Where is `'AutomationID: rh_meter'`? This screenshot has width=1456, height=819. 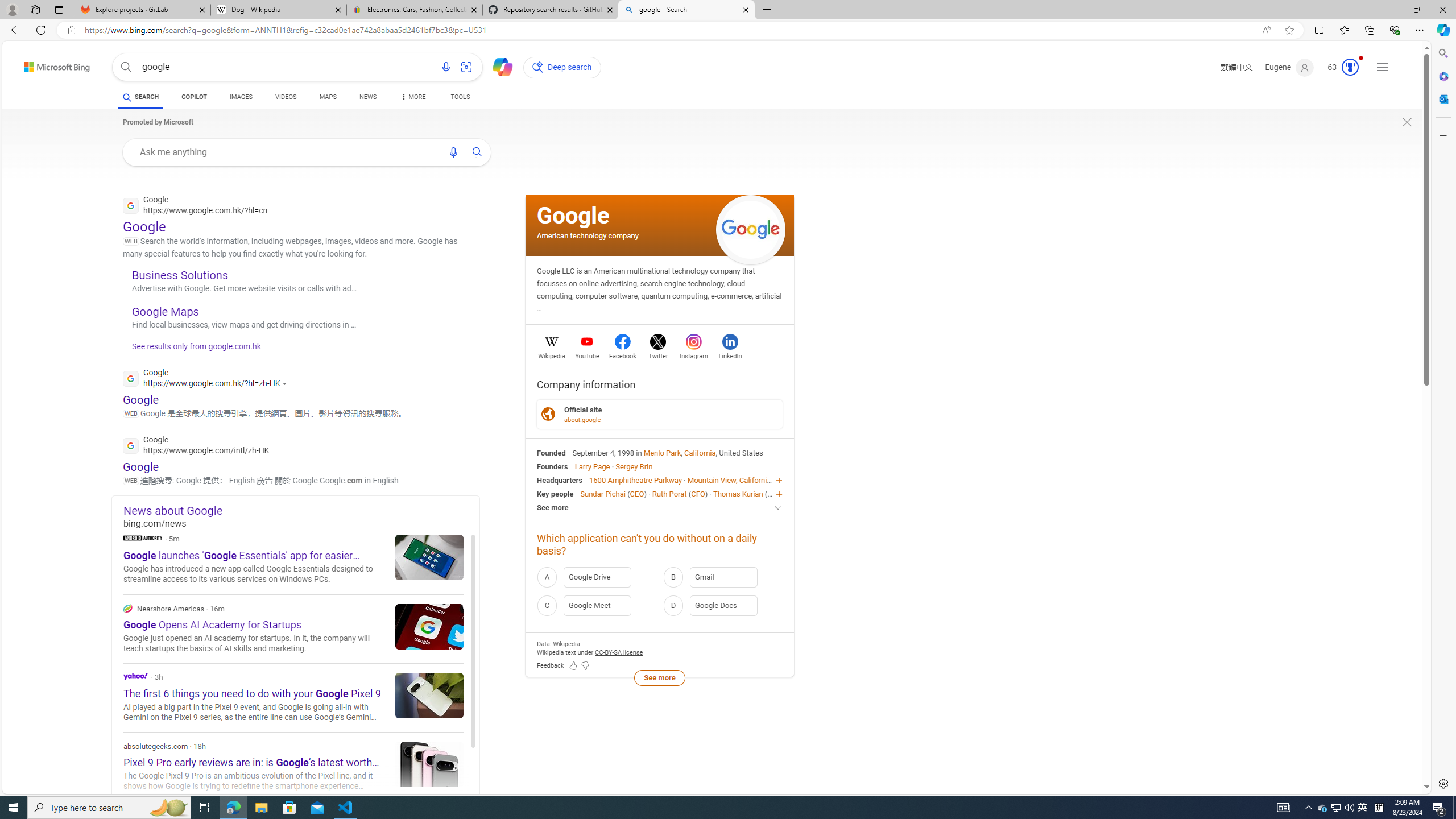 'AutomationID: rh_meter' is located at coordinates (1350, 67).